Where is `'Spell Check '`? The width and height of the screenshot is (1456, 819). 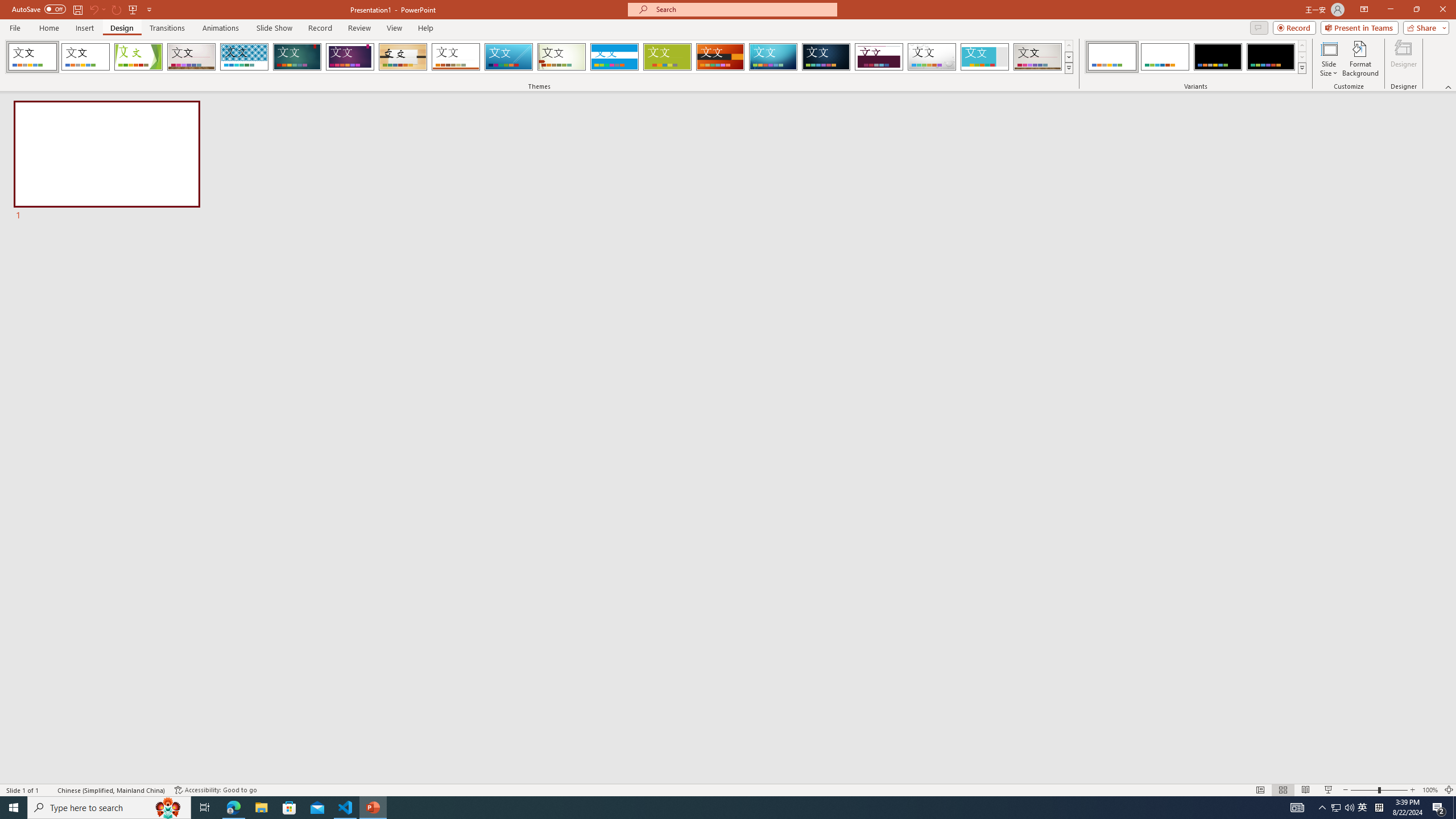 'Spell Check ' is located at coordinates (49, 790).